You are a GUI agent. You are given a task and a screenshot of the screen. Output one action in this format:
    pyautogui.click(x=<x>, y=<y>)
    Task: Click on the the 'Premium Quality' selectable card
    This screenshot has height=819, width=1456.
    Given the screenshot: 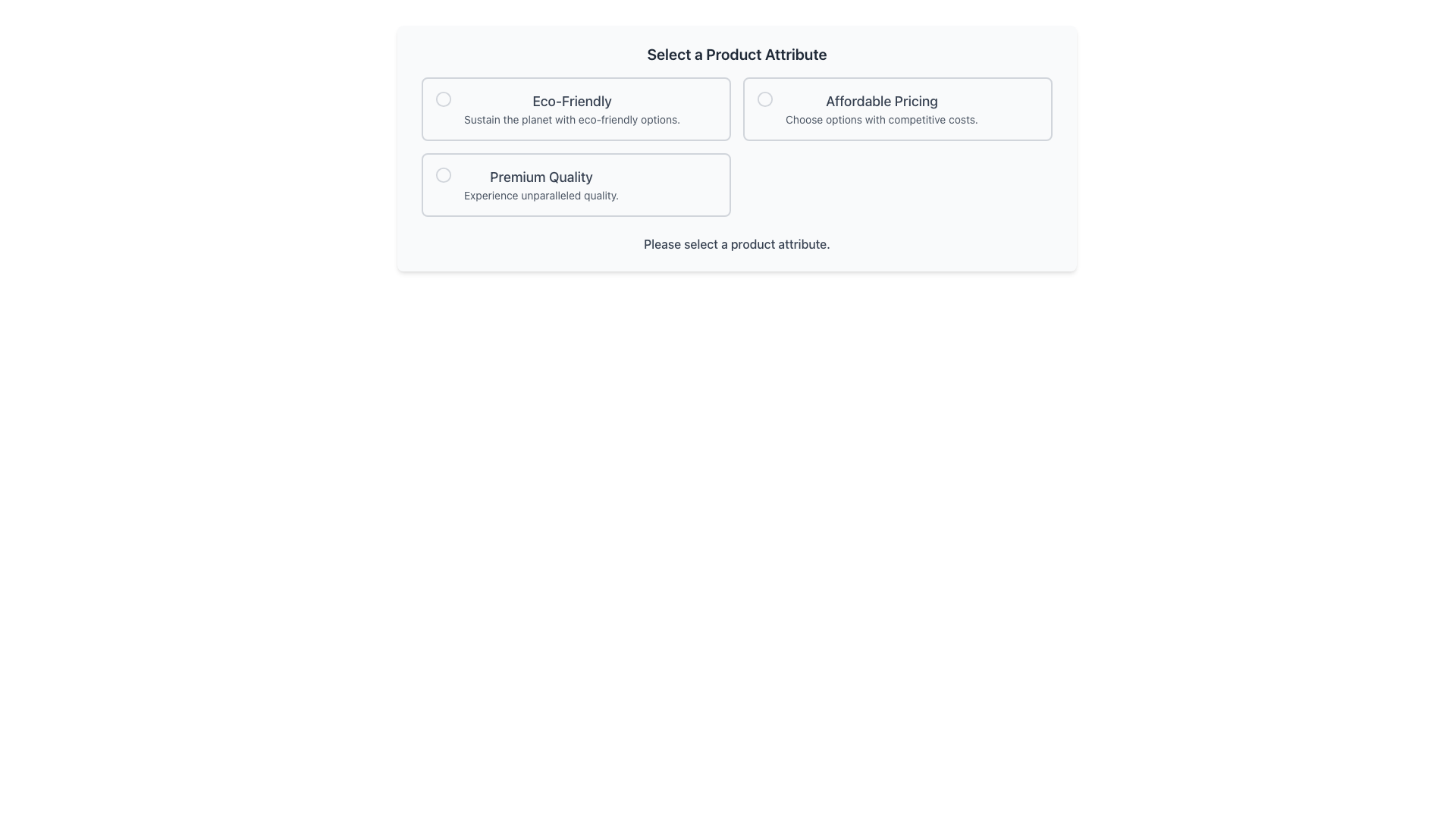 What is the action you would take?
    pyautogui.click(x=575, y=184)
    